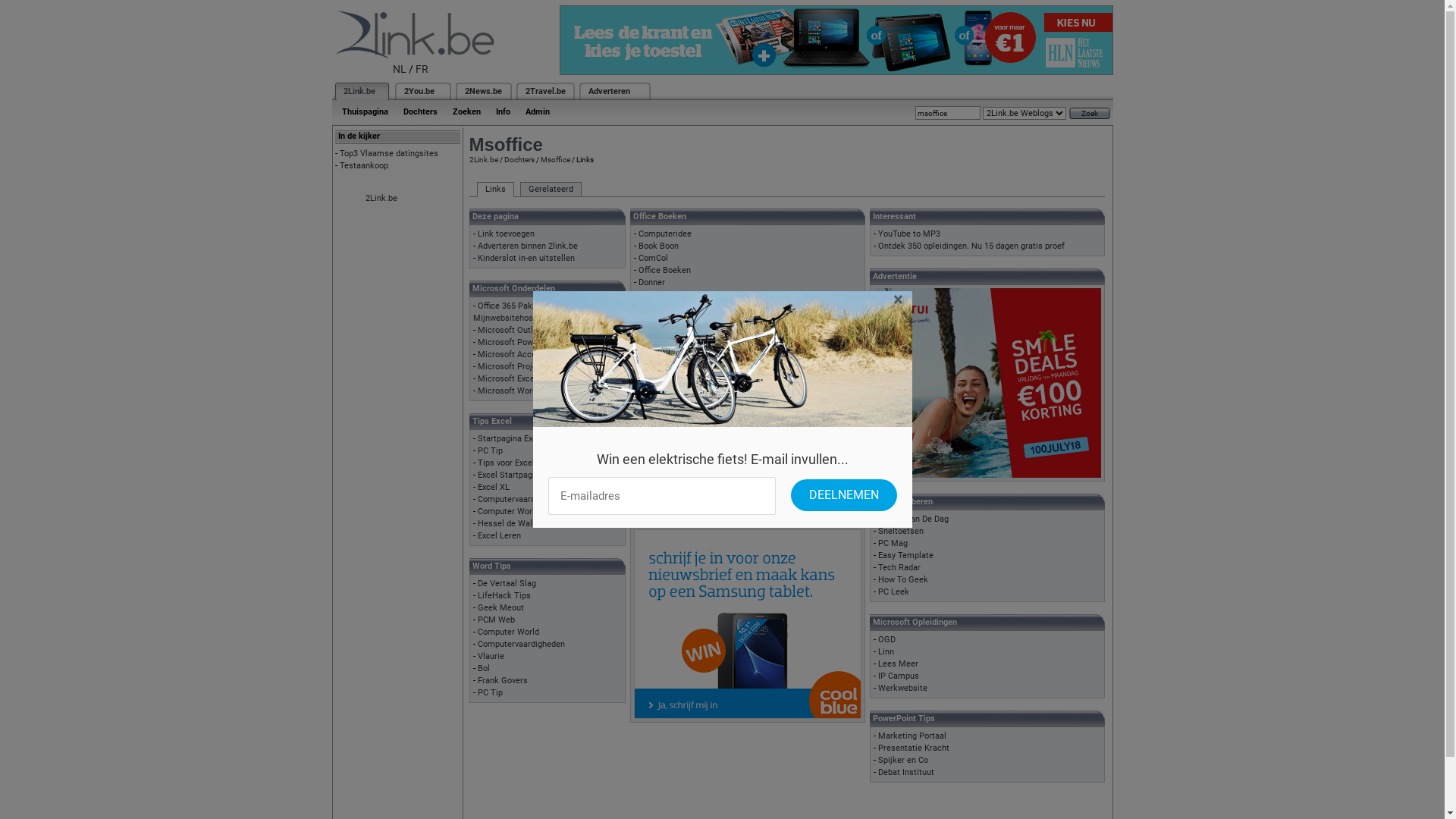 This screenshot has width=1456, height=819. What do you see at coordinates (886, 639) in the screenshot?
I see `'OGD'` at bounding box center [886, 639].